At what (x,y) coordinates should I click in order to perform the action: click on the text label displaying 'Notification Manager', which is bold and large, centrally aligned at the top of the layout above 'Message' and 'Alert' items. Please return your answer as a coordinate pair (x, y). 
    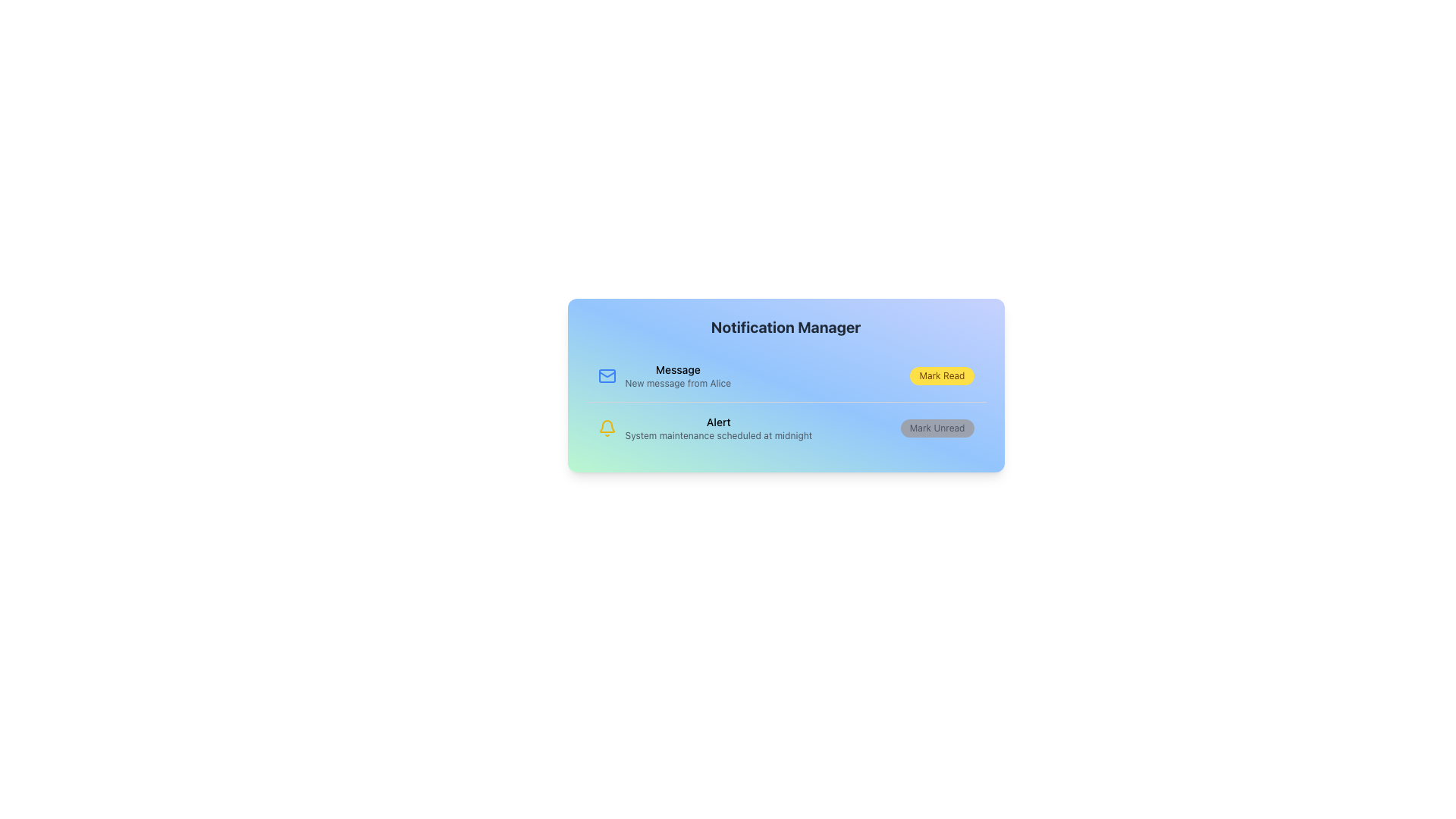
    Looking at the image, I should click on (786, 327).